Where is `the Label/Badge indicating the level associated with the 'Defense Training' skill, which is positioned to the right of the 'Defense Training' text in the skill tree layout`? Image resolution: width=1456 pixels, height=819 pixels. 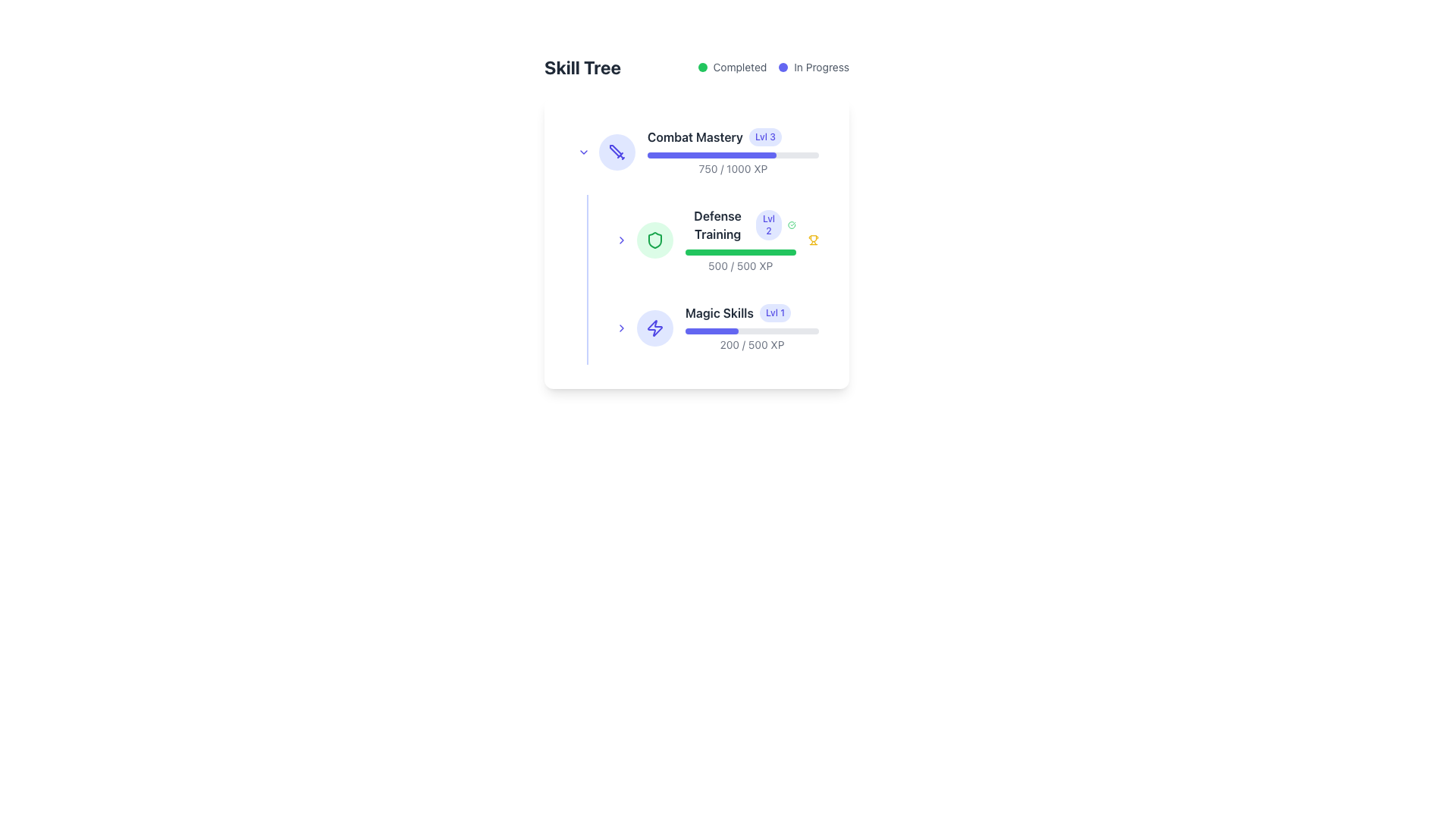
the Label/Badge indicating the level associated with the 'Defense Training' skill, which is positioned to the right of the 'Defense Training' text in the skill tree layout is located at coordinates (769, 225).